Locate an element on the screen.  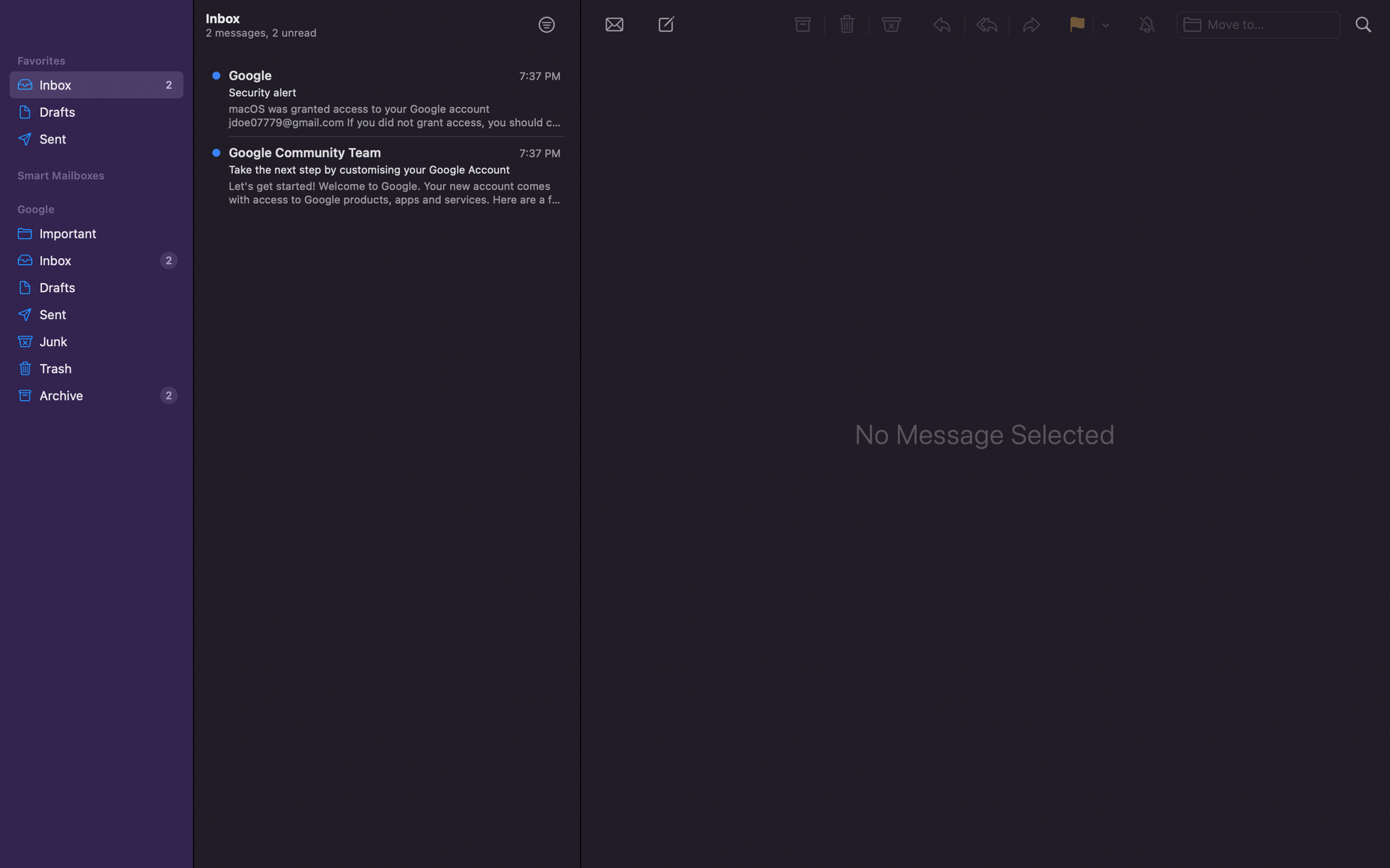
Disable the noise for the existing talk is located at coordinates (1148, 24).